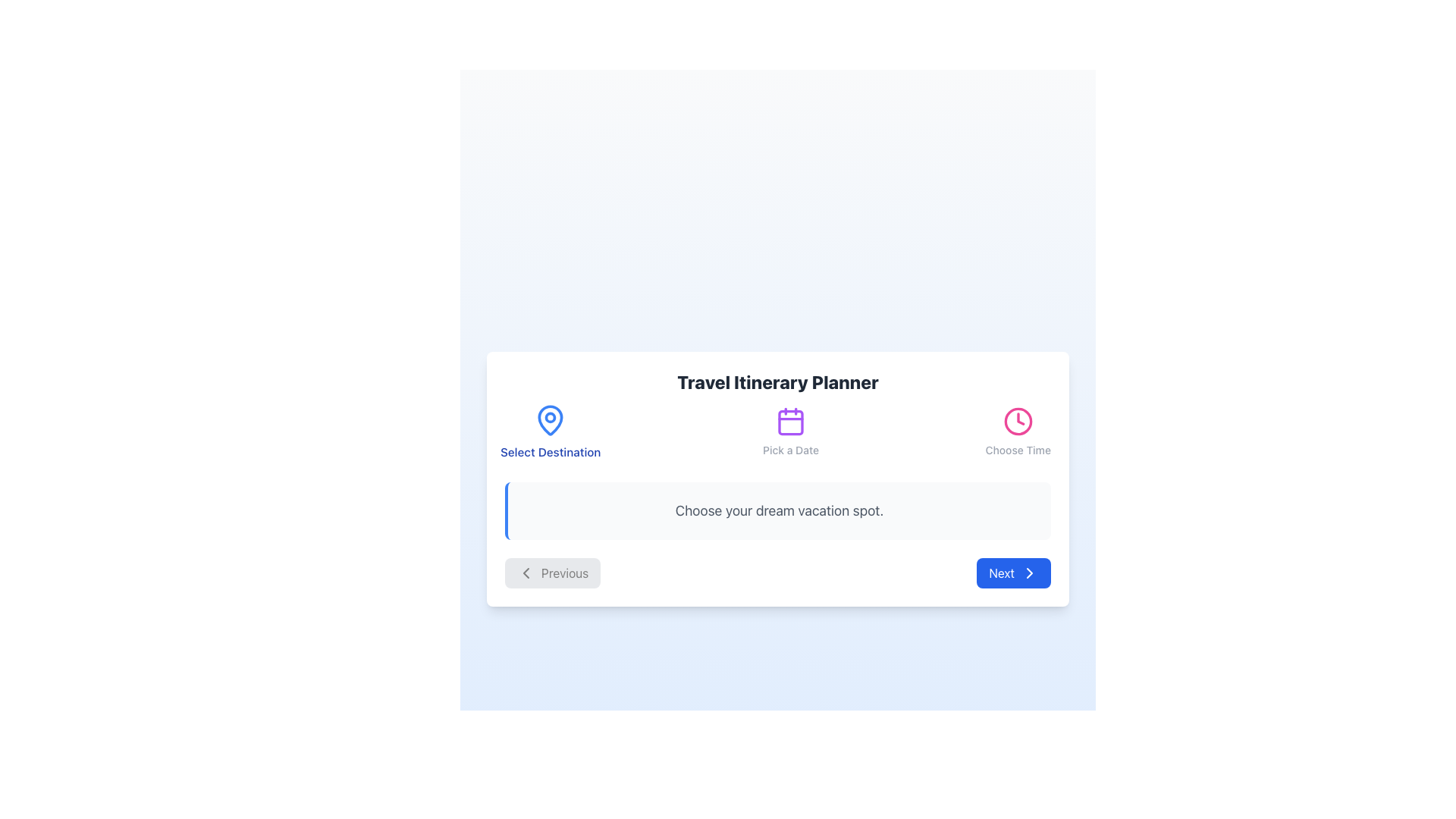 The width and height of the screenshot is (1456, 819). Describe the element at coordinates (1030, 573) in the screenshot. I see `the chevron icon located at the rightmost end of the blue 'Next' button to proceed forward` at that location.